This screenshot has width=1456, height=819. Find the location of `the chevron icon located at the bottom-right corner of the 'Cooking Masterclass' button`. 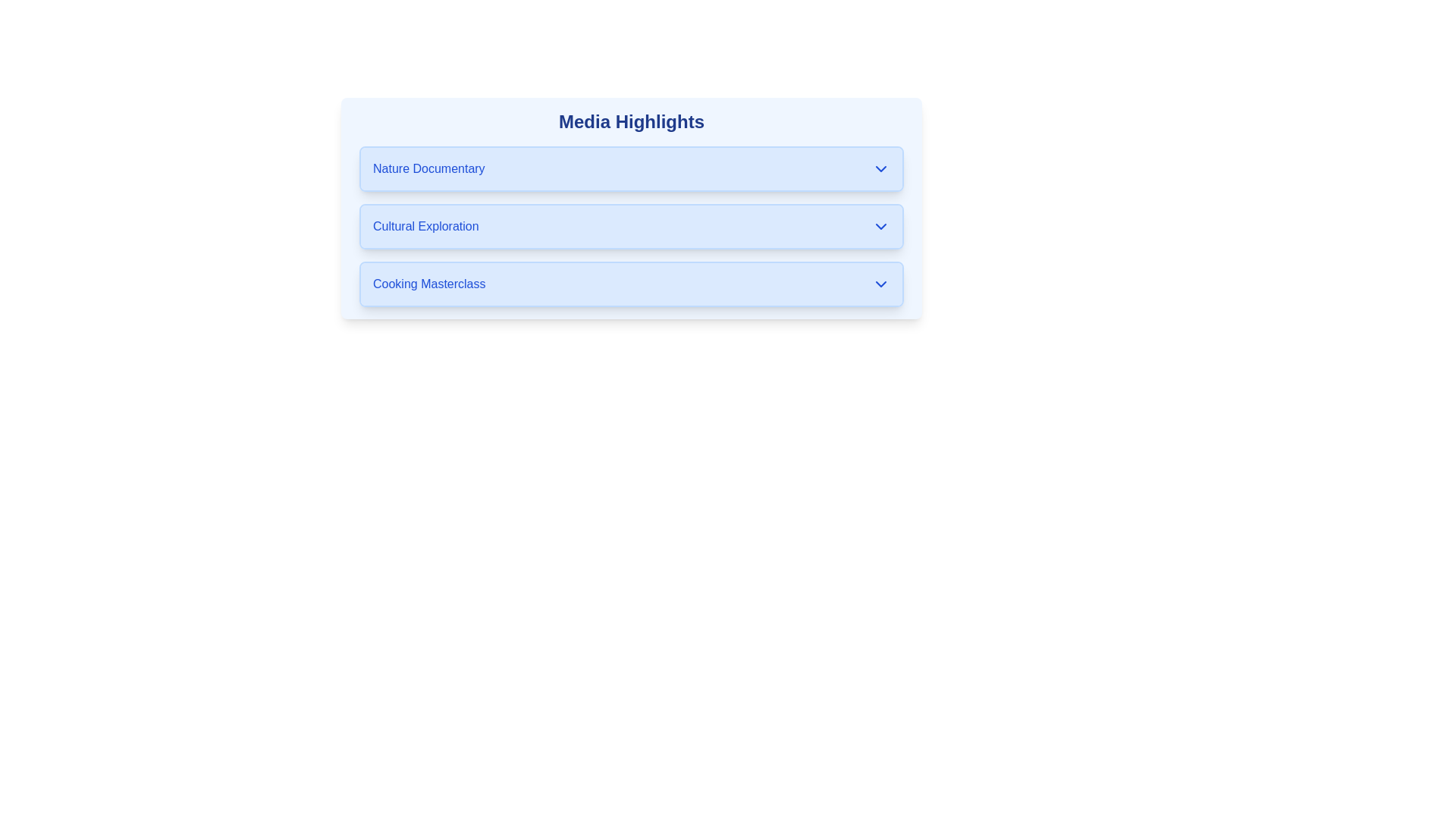

the chevron icon located at the bottom-right corner of the 'Cooking Masterclass' button is located at coordinates (880, 284).